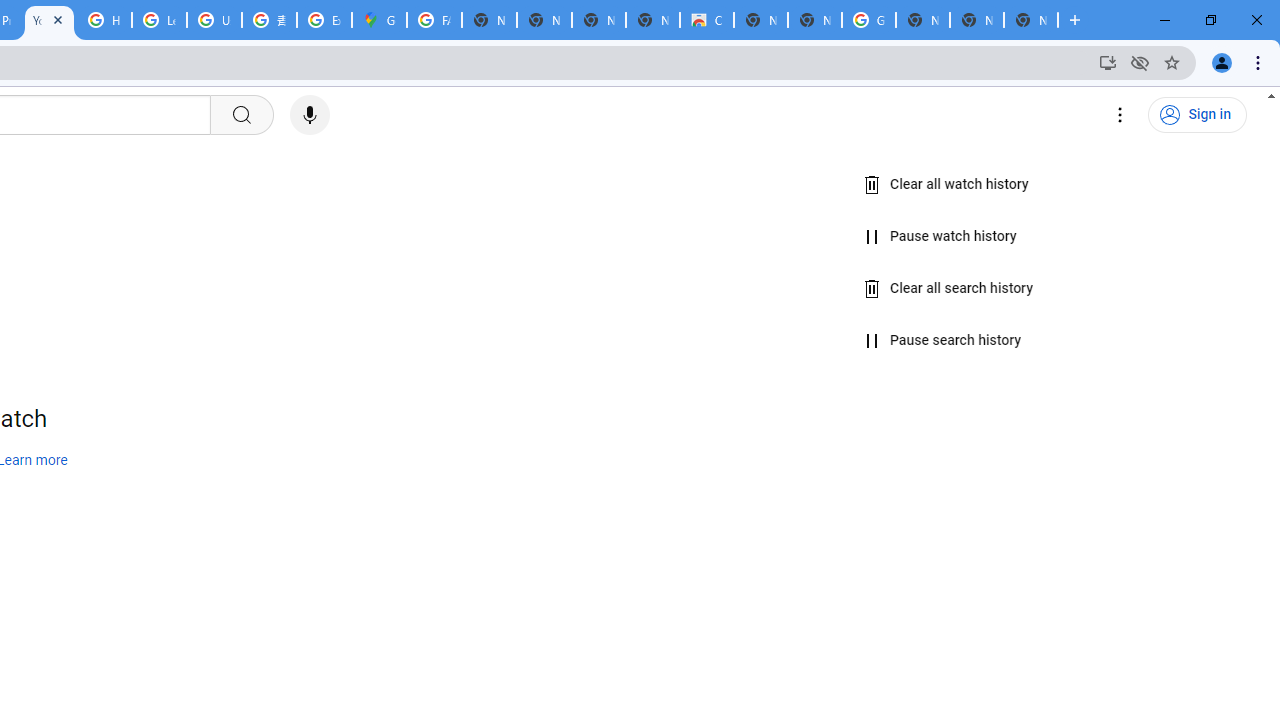 This screenshot has width=1280, height=720. Describe the element at coordinates (942, 340) in the screenshot. I see `'Pause search history'` at that location.